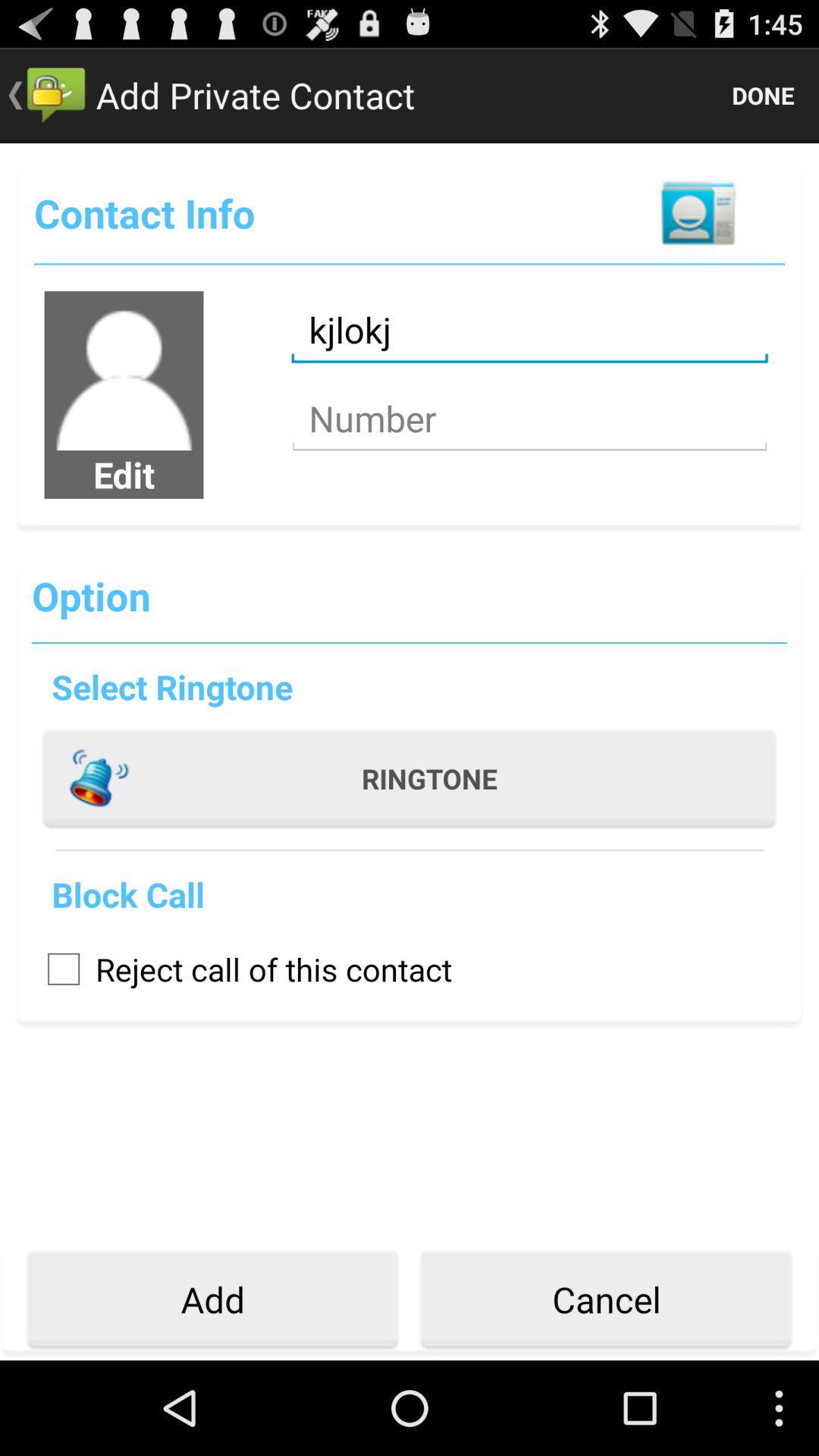 This screenshot has width=819, height=1456. I want to click on reject call of item, so click(241, 968).